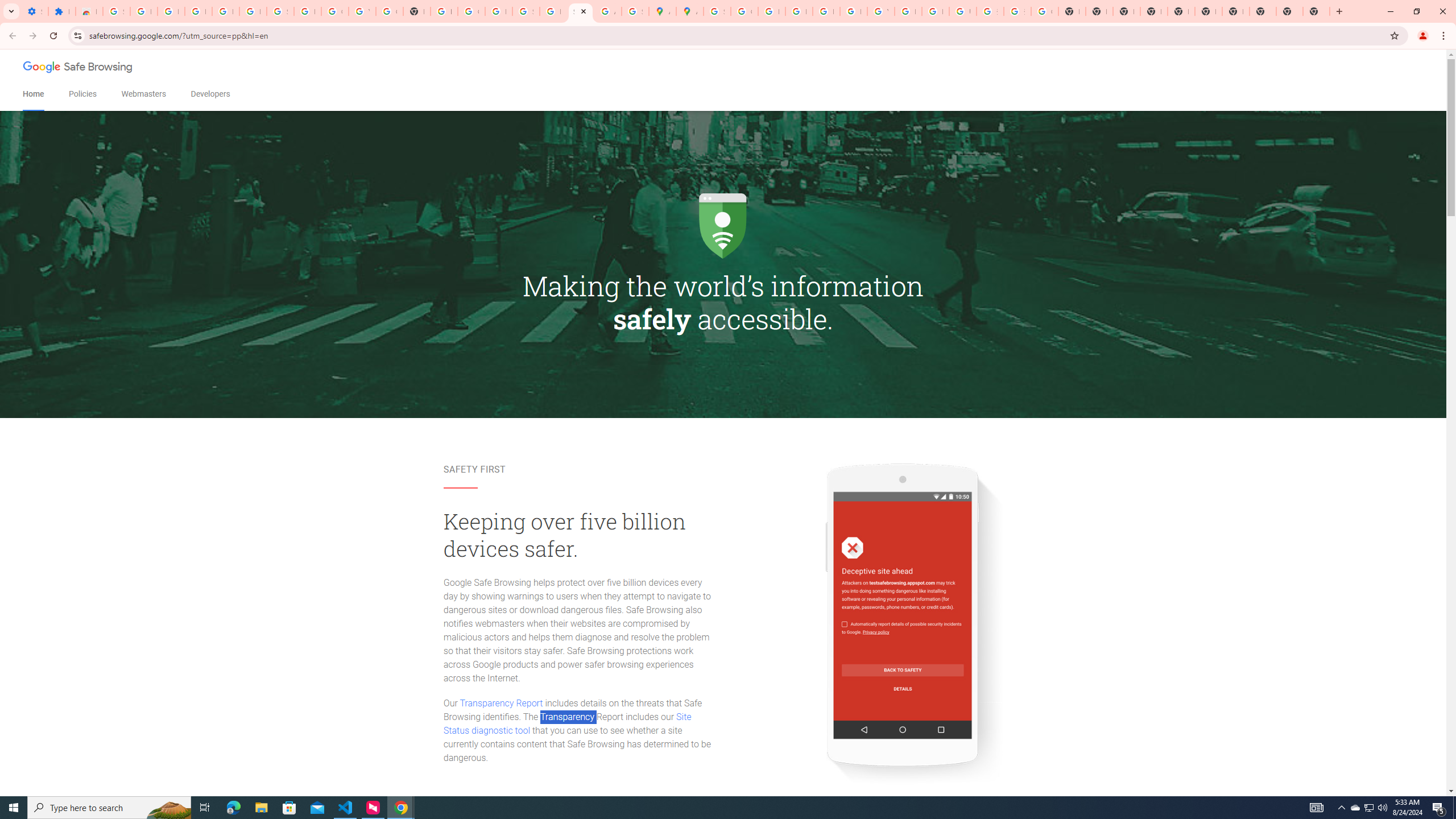 Image resolution: width=1456 pixels, height=819 pixels. Describe the element at coordinates (197, 11) in the screenshot. I see `'Delete photos & videos - Computer - Google Photos Help'` at that location.